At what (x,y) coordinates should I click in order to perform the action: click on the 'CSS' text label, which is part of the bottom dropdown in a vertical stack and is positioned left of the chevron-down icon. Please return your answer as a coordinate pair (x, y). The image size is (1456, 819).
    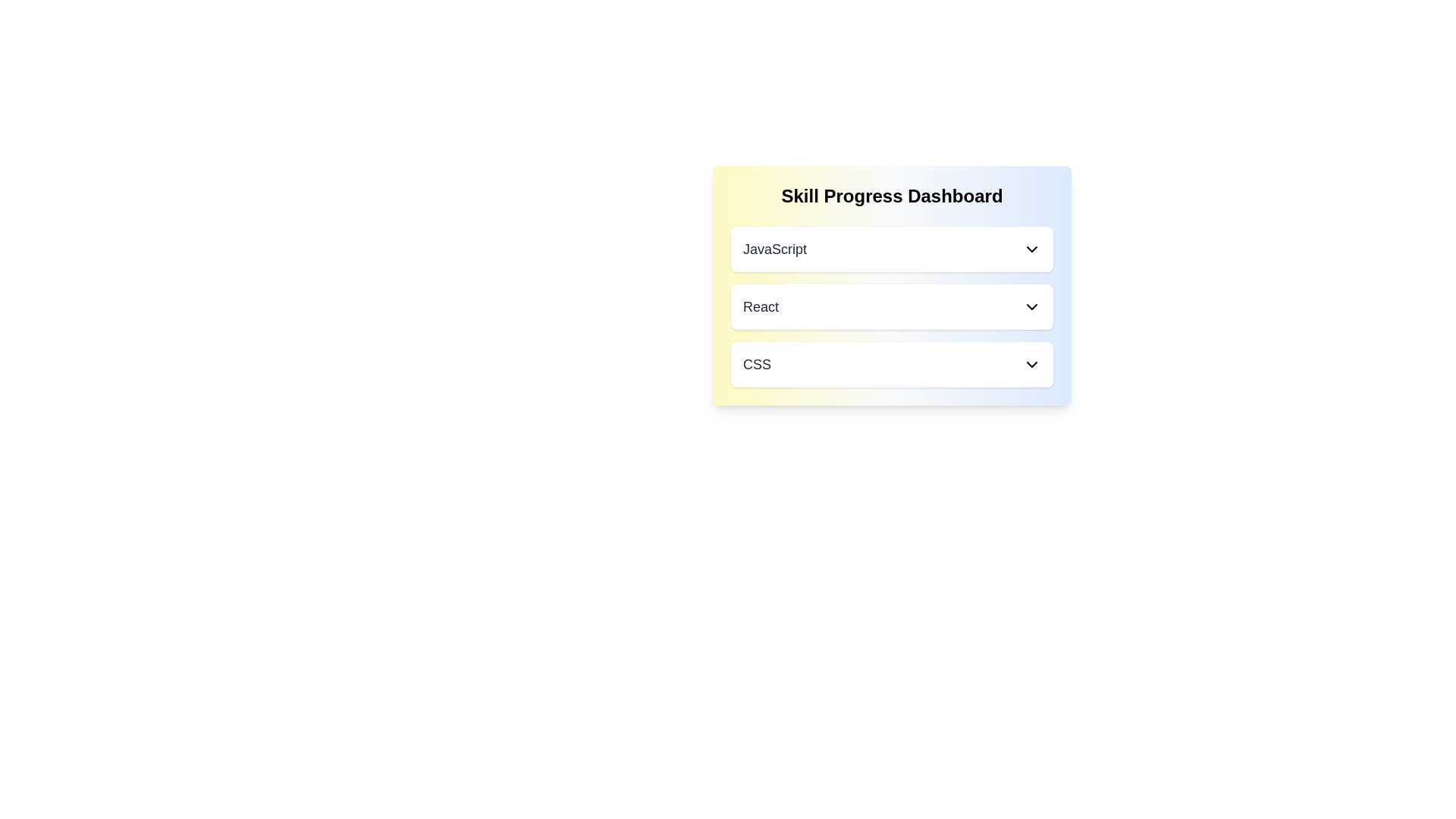
    Looking at the image, I should click on (757, 365).